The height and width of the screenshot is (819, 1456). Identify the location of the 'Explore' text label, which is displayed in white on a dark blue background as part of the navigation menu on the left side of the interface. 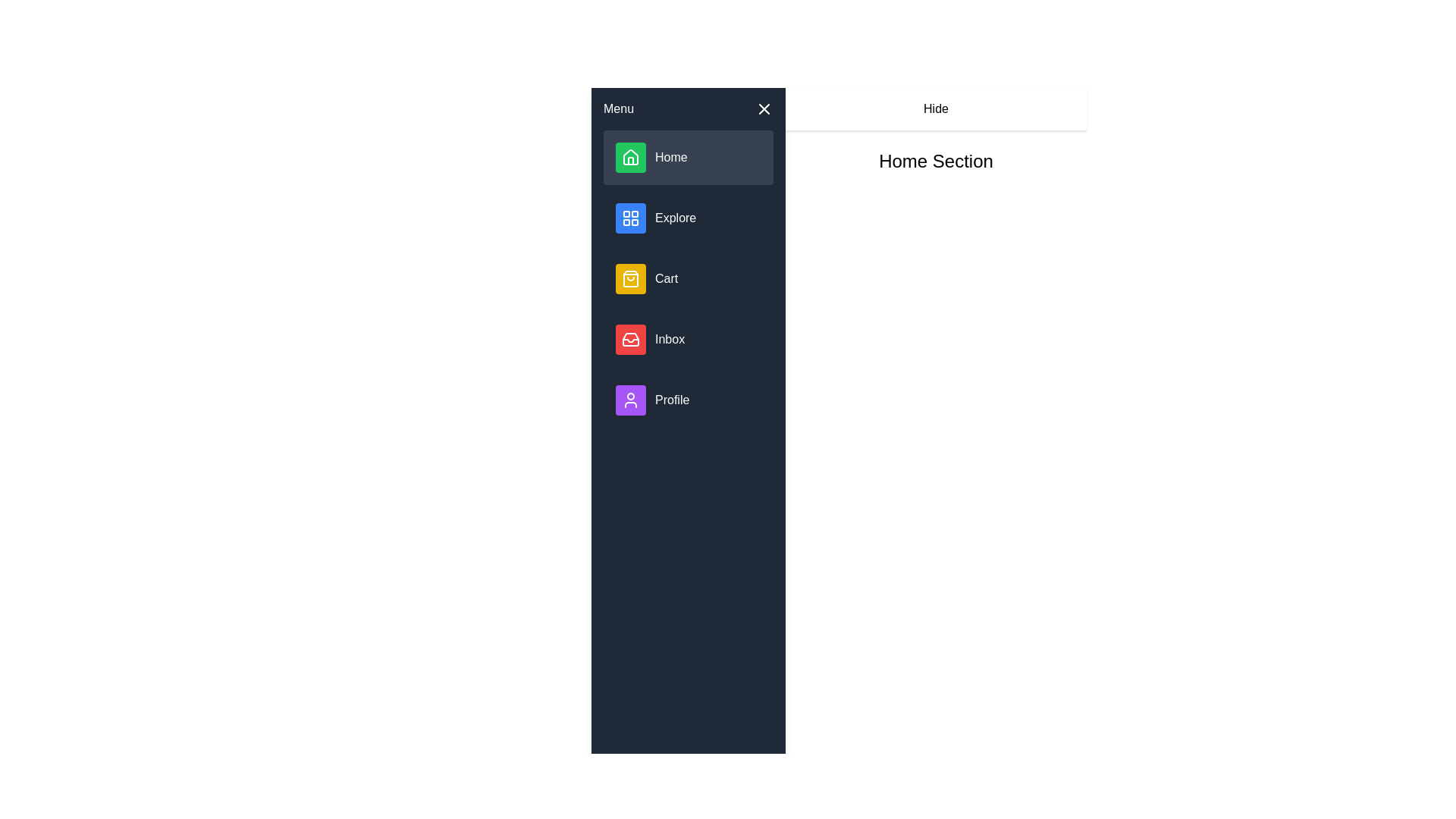
(675, 218).